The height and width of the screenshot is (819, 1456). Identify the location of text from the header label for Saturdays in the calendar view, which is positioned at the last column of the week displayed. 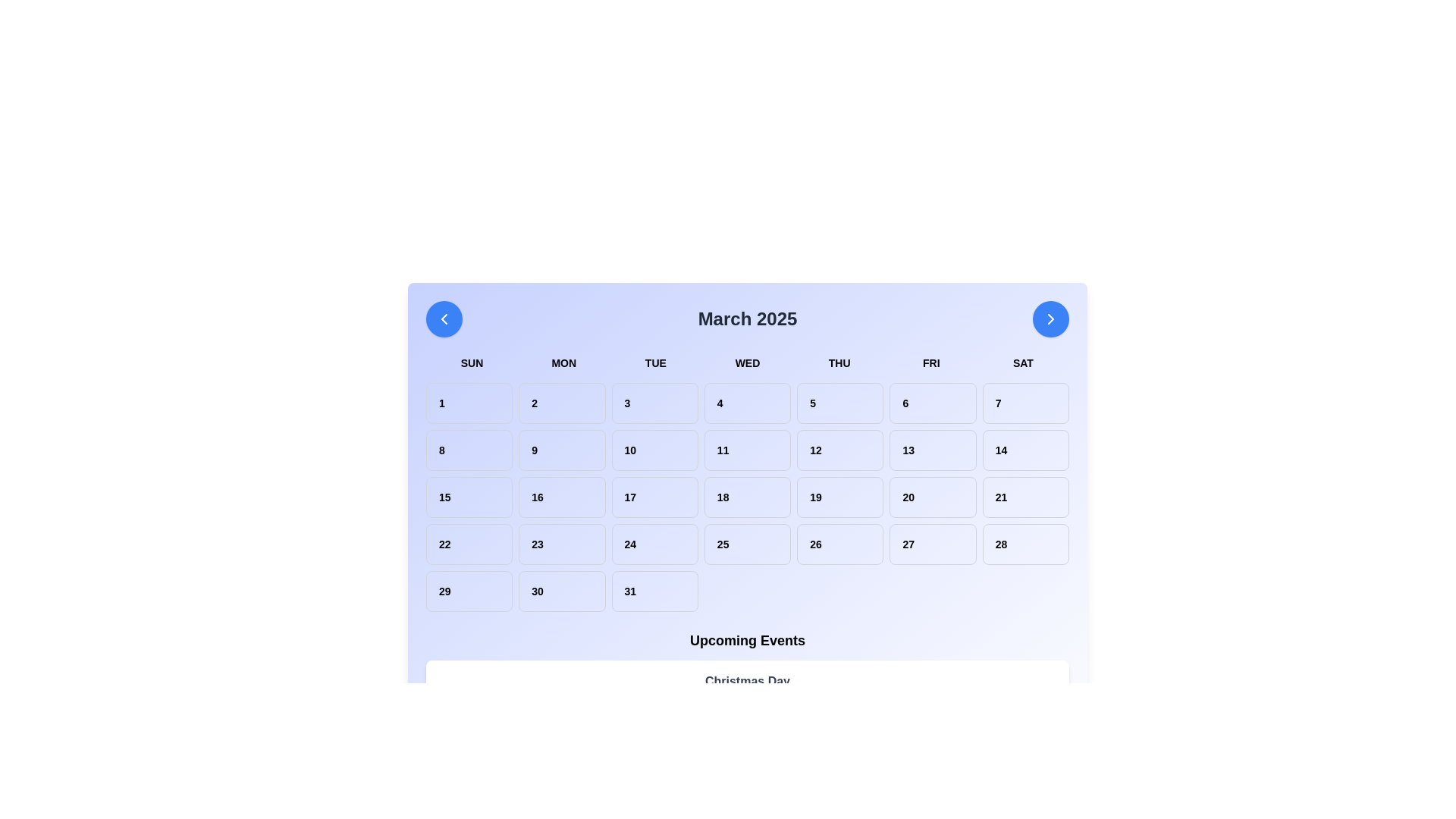
(1023, 362).